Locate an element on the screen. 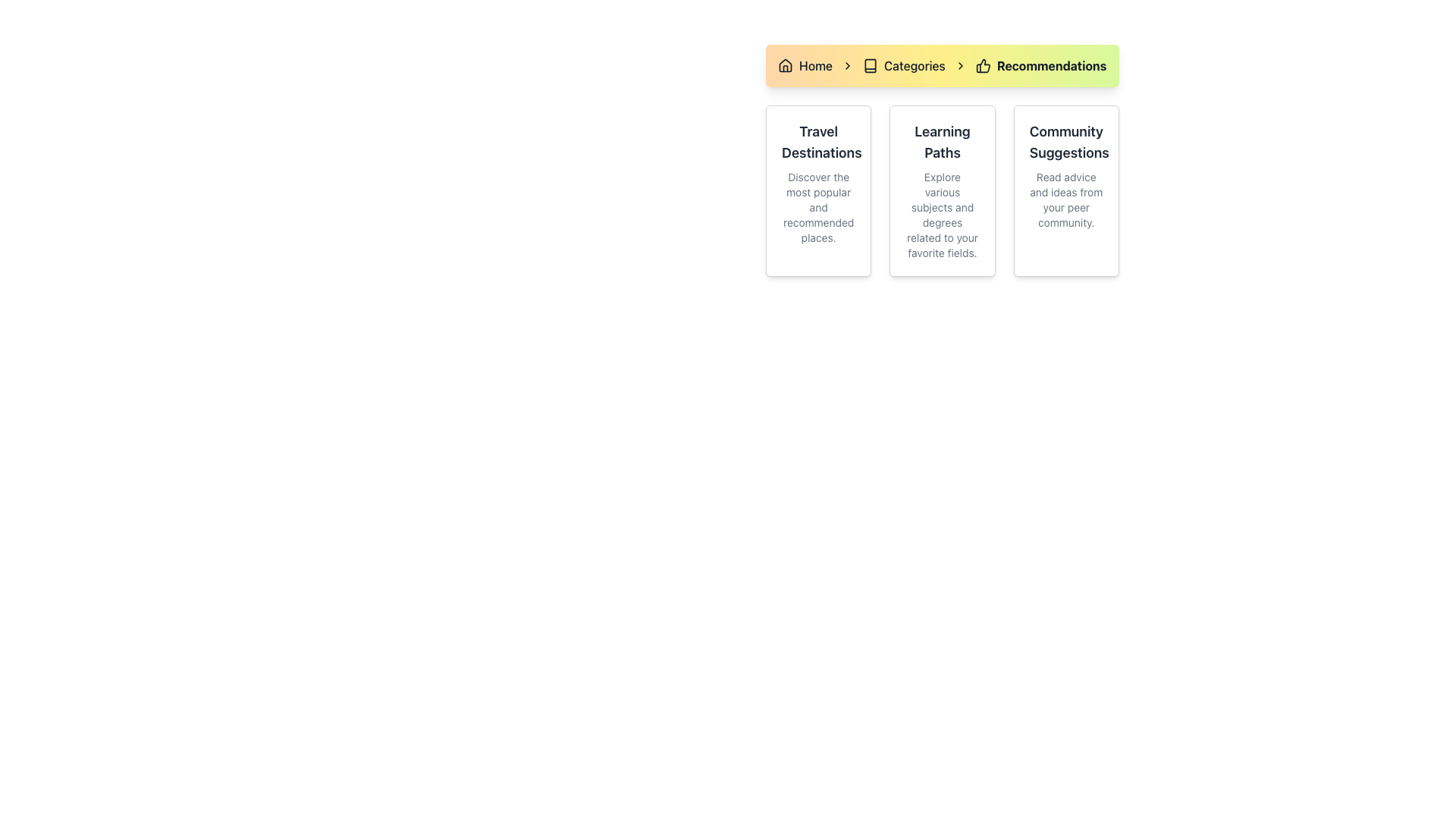 This screenshot has width=1456, height=819. the 'Home' text label in the breadcrumb navigation is located at coordinates (814, 65).